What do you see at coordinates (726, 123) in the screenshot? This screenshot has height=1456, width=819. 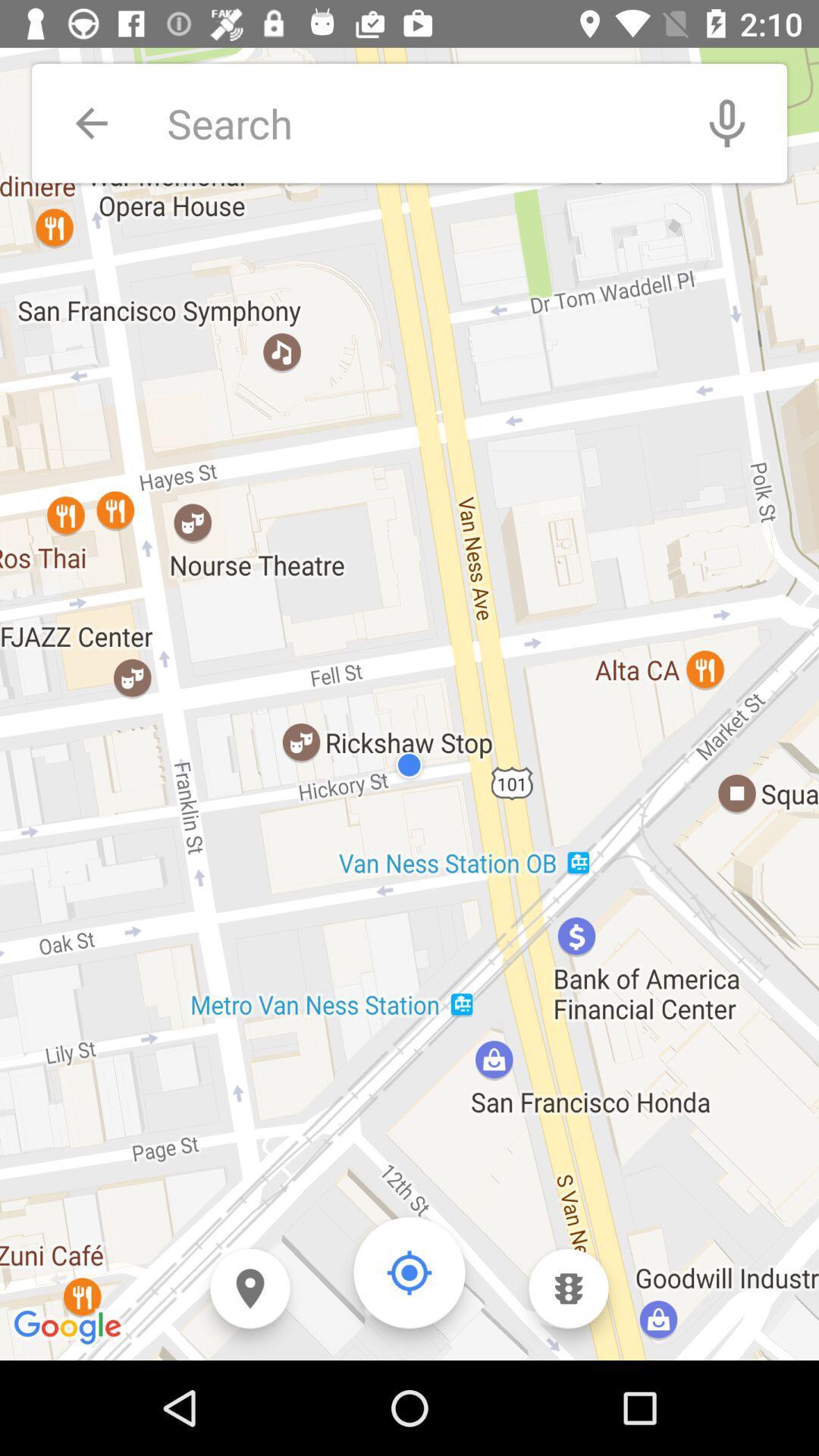 I see `the item at the top right corner` at bounding box center [726, 123].